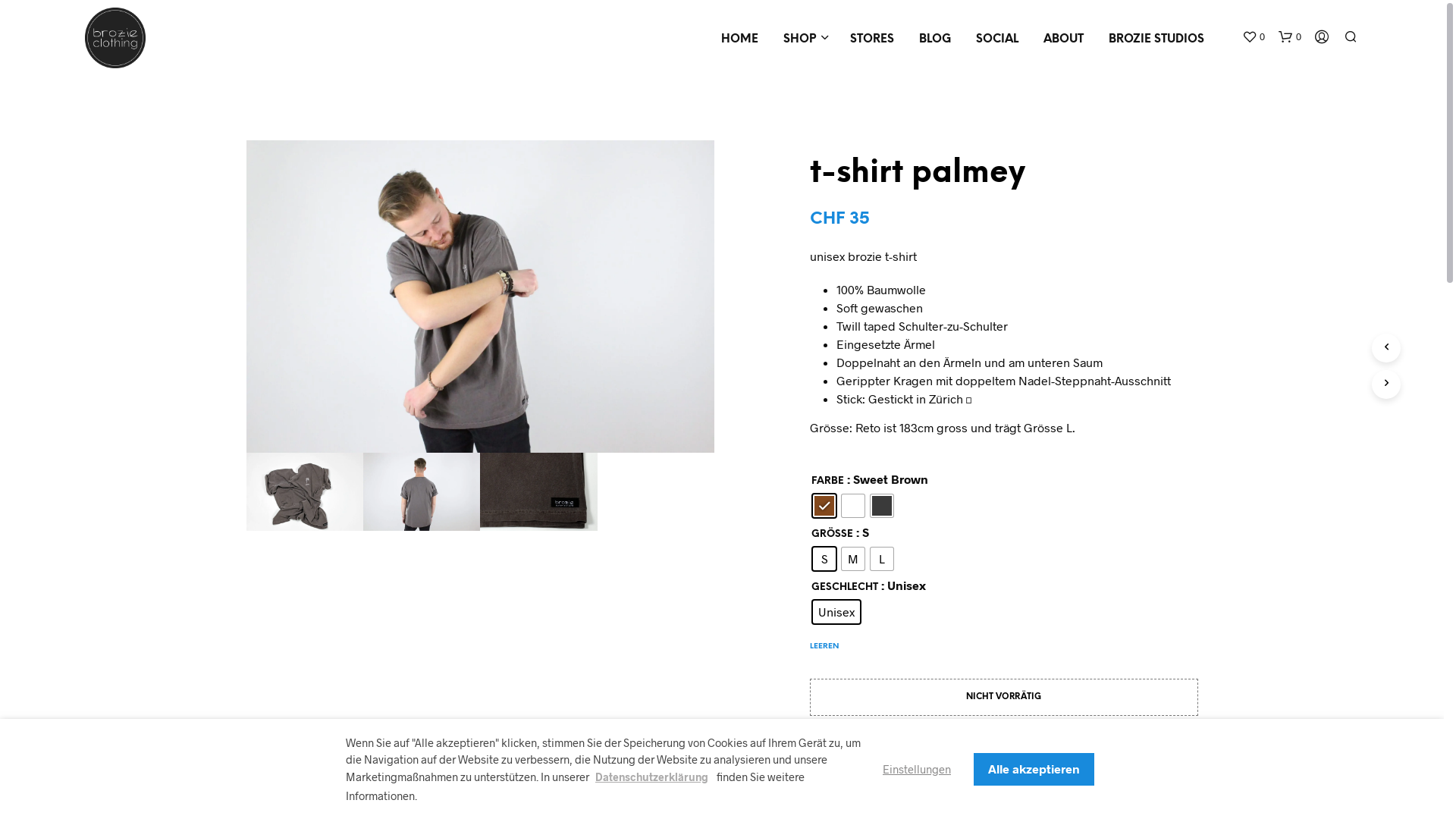 The width and height of the screenshot is (1456, 819). What do you see at coordinates (1033, 768) in the screenshot?
I see `'Alle akzeptieren'` at bounding box center [1033, 768].